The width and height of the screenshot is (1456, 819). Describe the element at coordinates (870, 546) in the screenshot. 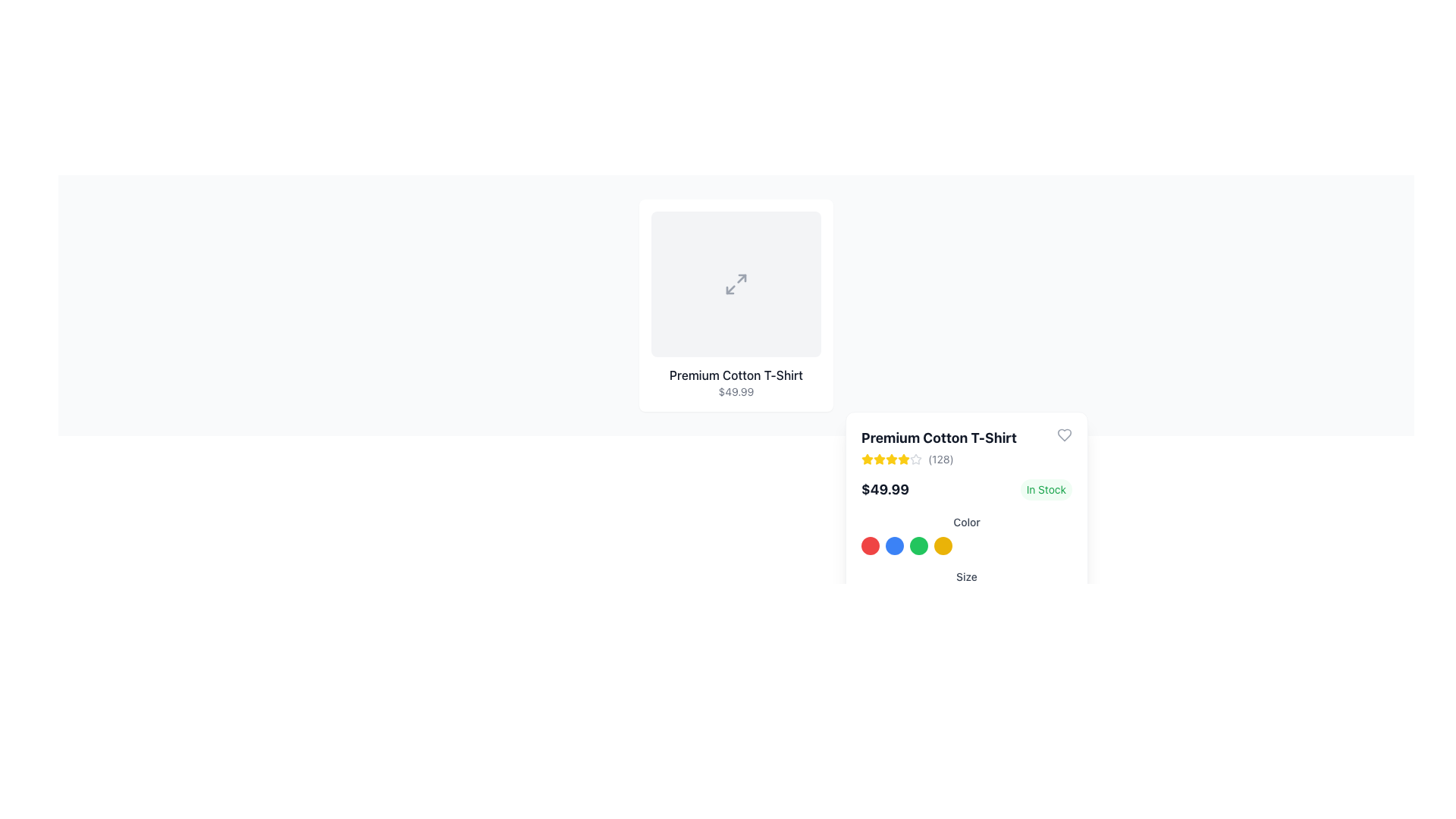

I see `the small circular button with a red background, located below the 'Color' label` at that location.